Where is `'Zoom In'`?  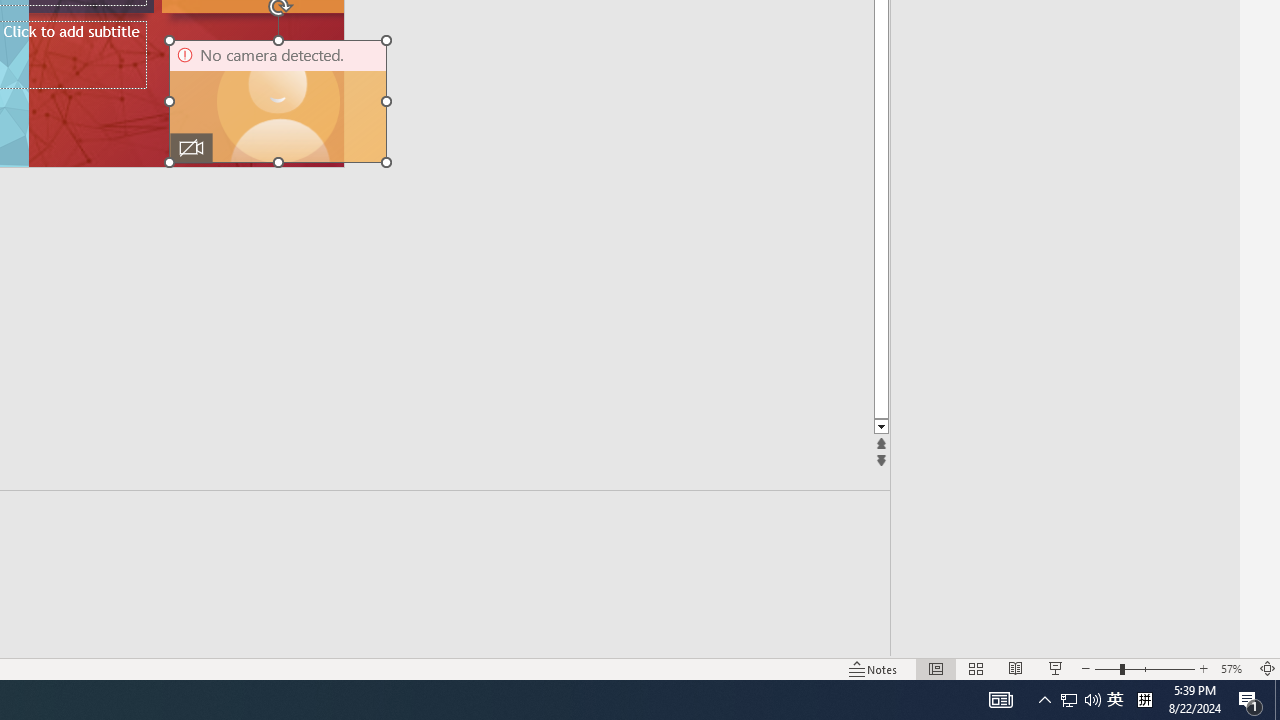 'Zoom In' is located at coordinates (1203, 669).